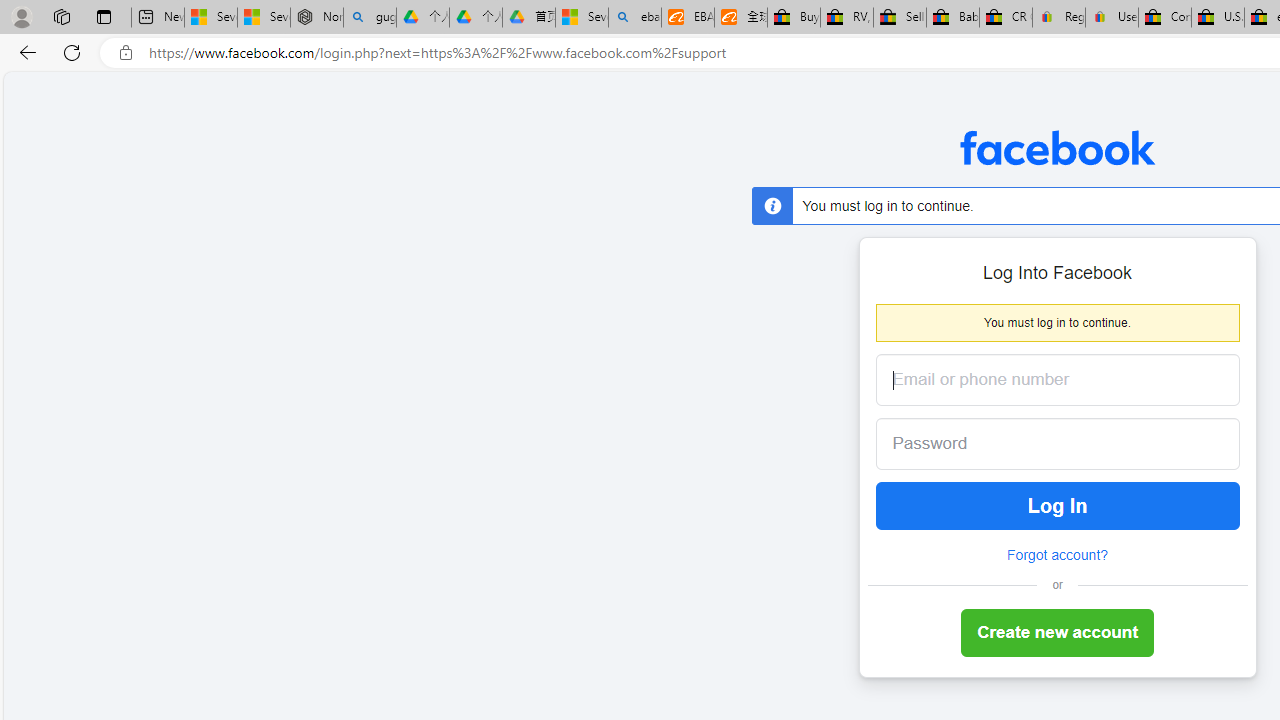 This screenshot has height=720, width=1280. What do you see at coordinates (1165, 17) in the screenshot?
I see `'Consumer Health Data Privacy Policy - eBay Inc.'` at bounding box center [1165, 17].